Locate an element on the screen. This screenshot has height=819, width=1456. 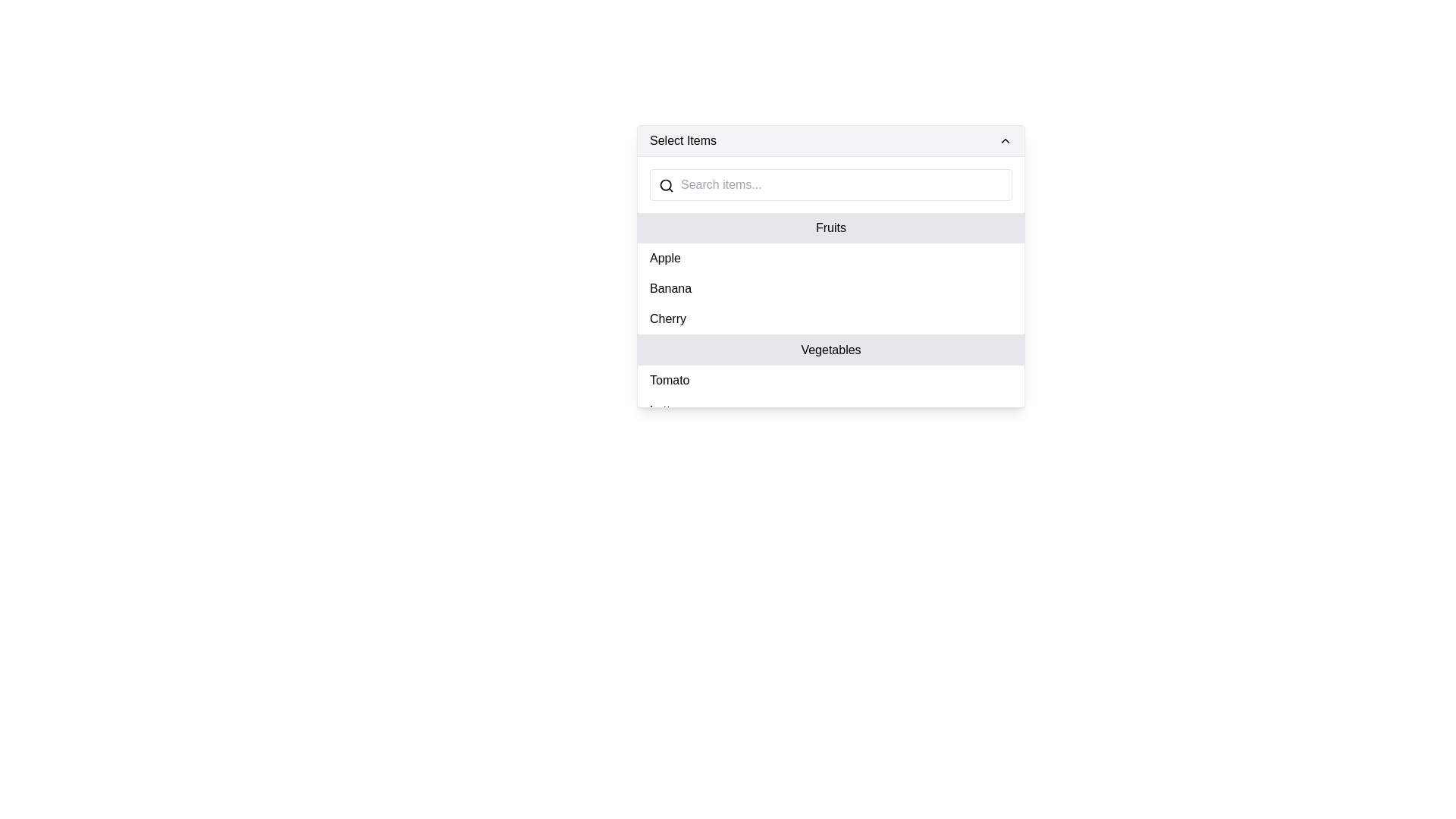
the 'Apple' text label in the selectable list item under the 'Fruits' section is located at coordinates (665, 257).